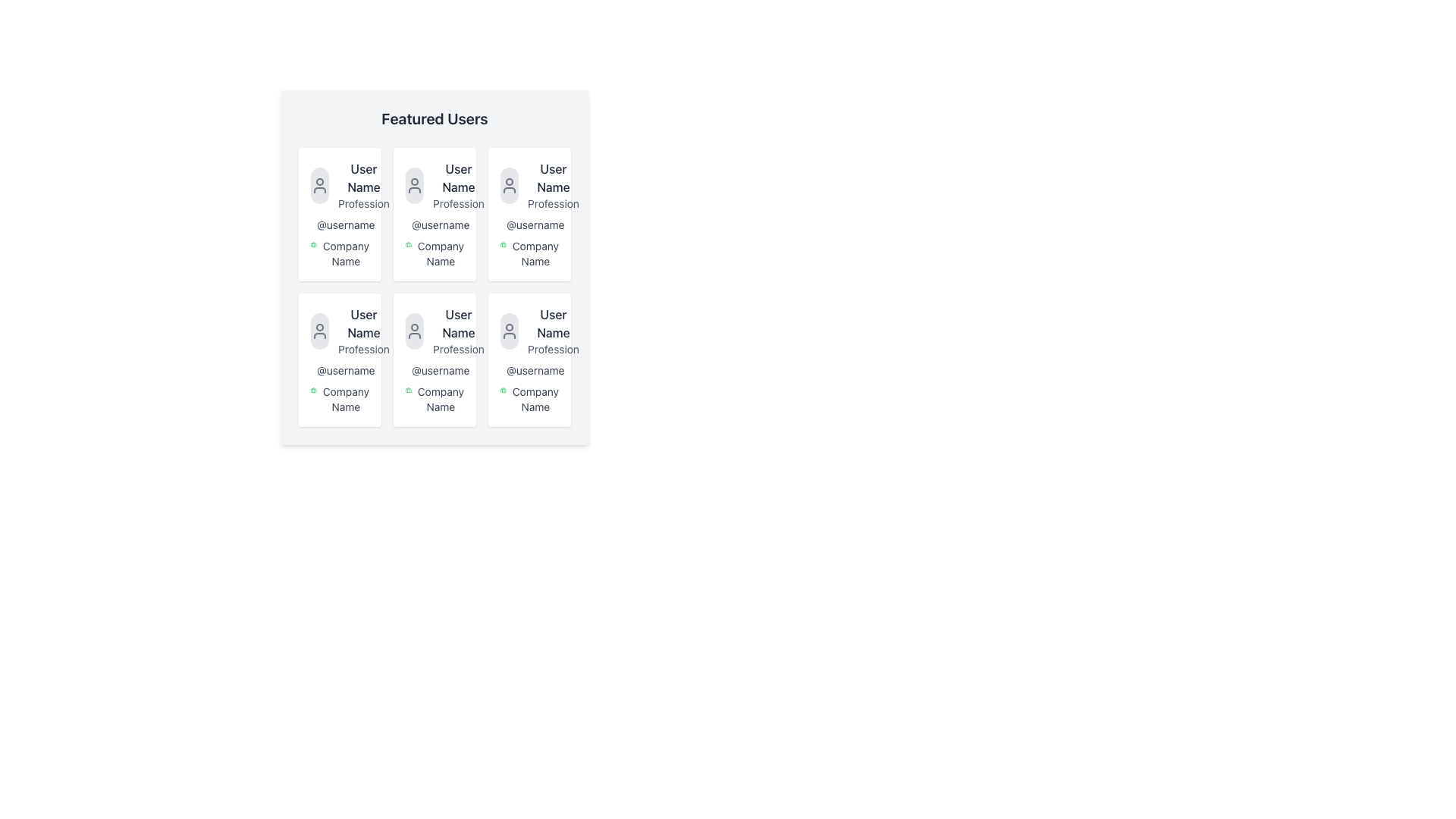 This screenshot has height=819, width=1456. Describe the element at coordinates (535, 399) in the screenshot. I see `text from the 'Company Name' label located at the bottom of the user profile card, which is styled in a slightly bolded sans-serif font` at that location.